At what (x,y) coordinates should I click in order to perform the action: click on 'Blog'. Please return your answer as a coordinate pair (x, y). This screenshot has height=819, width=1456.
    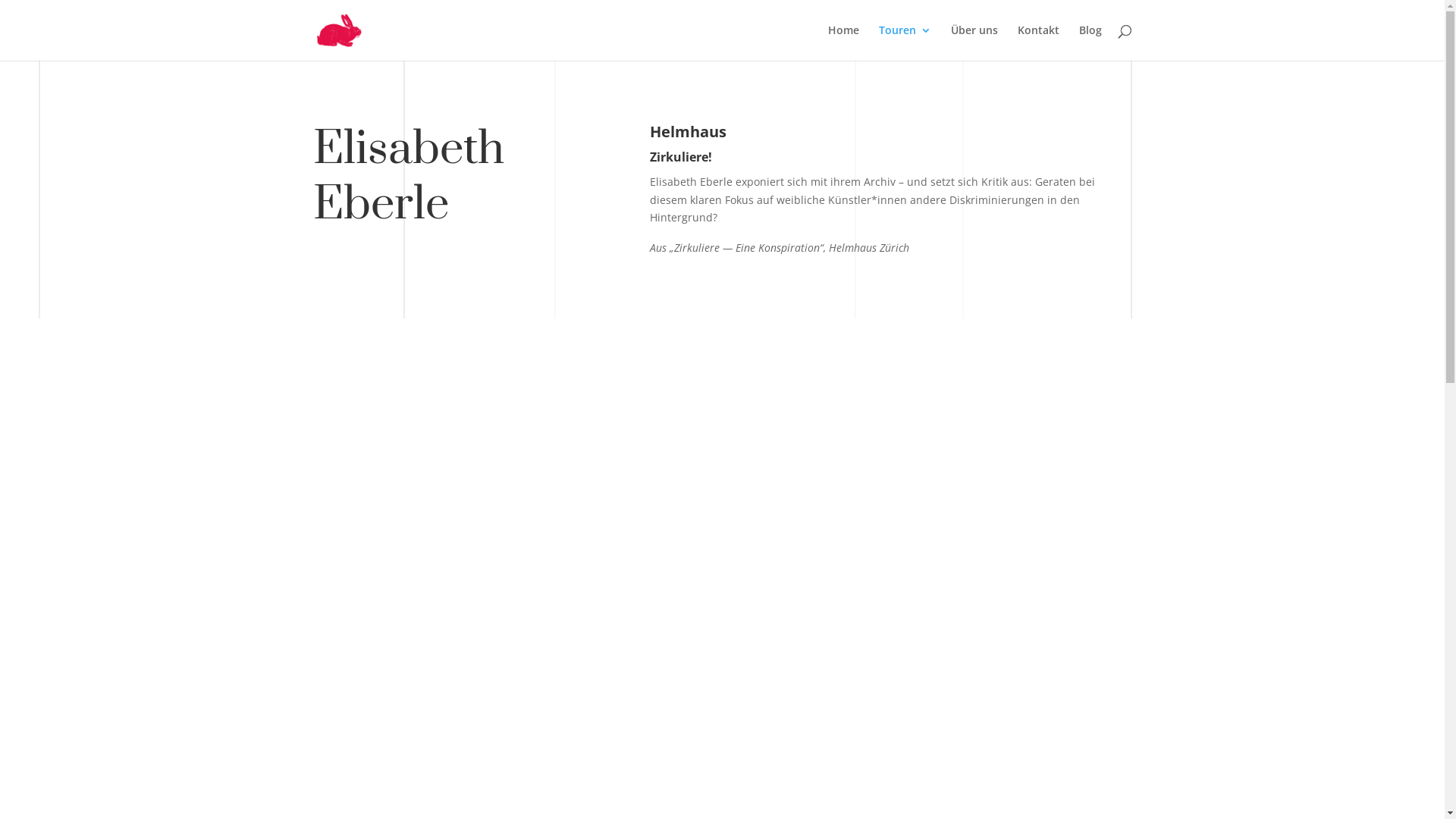
    Looking at the image, I should click on (1088, 42).